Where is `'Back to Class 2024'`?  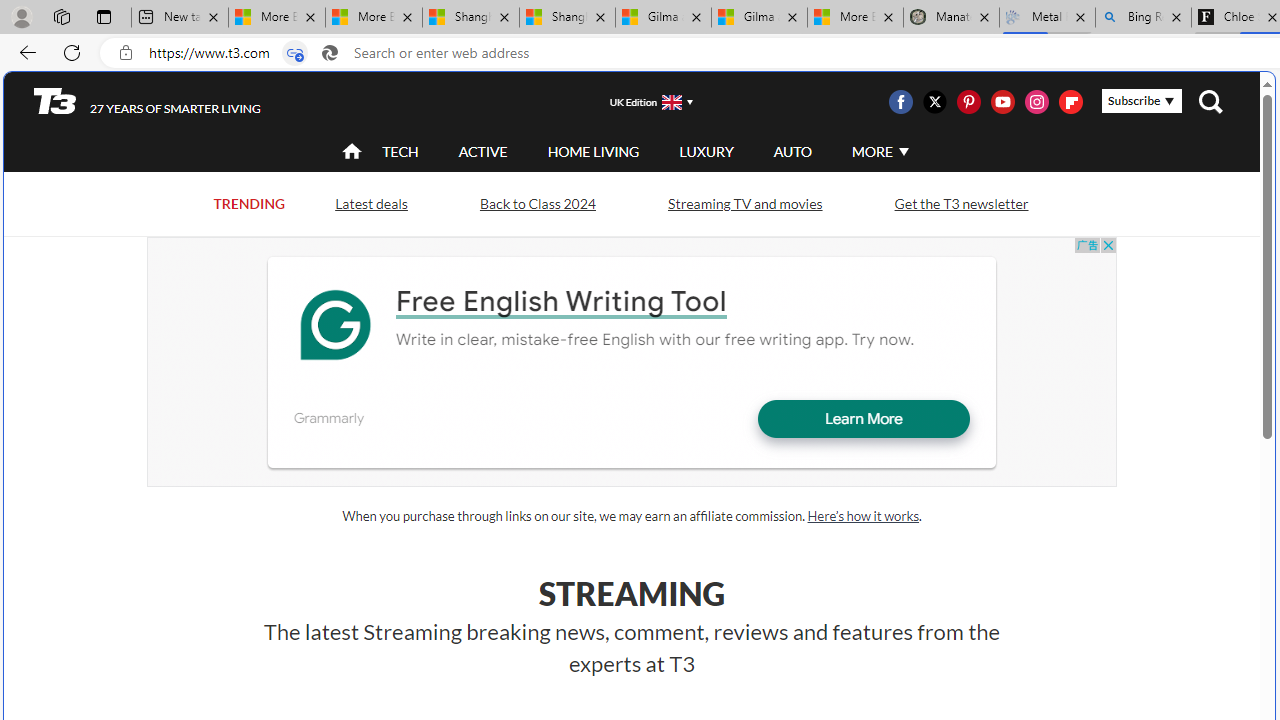
'Back to Class 2024' is located at coordinates (537, 203).